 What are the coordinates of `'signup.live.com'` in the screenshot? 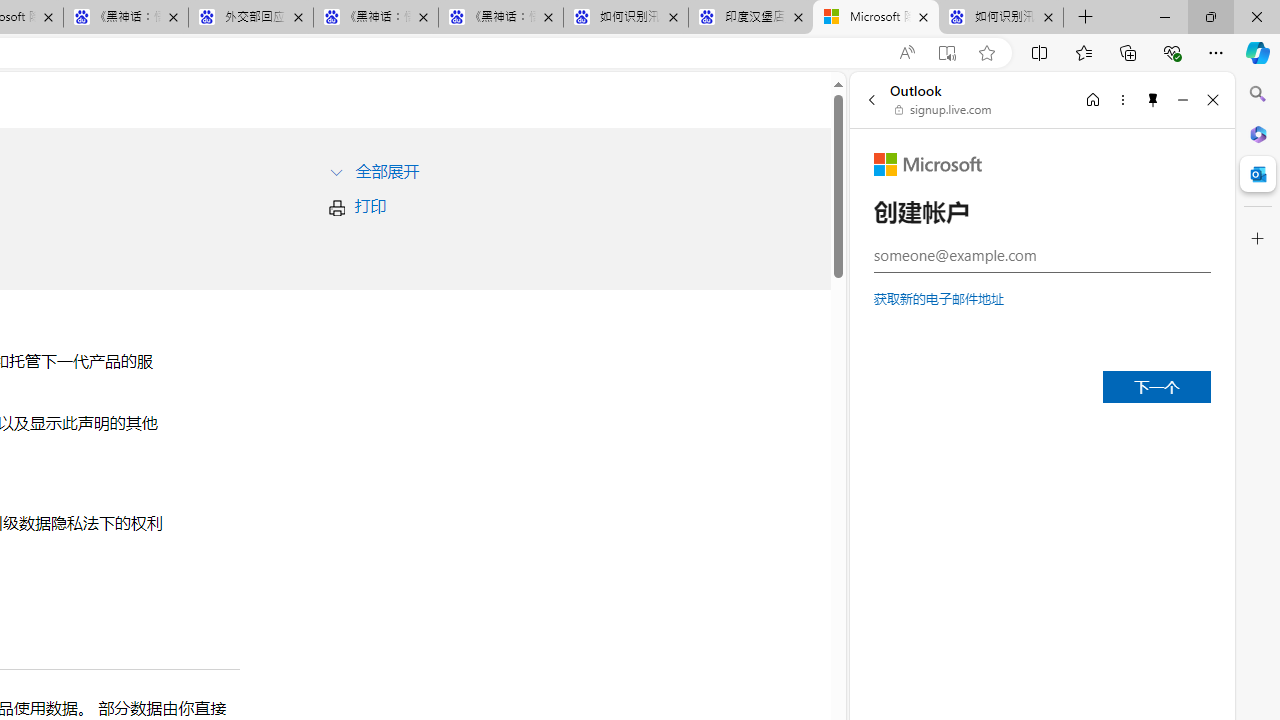 It's located at (943, 110).